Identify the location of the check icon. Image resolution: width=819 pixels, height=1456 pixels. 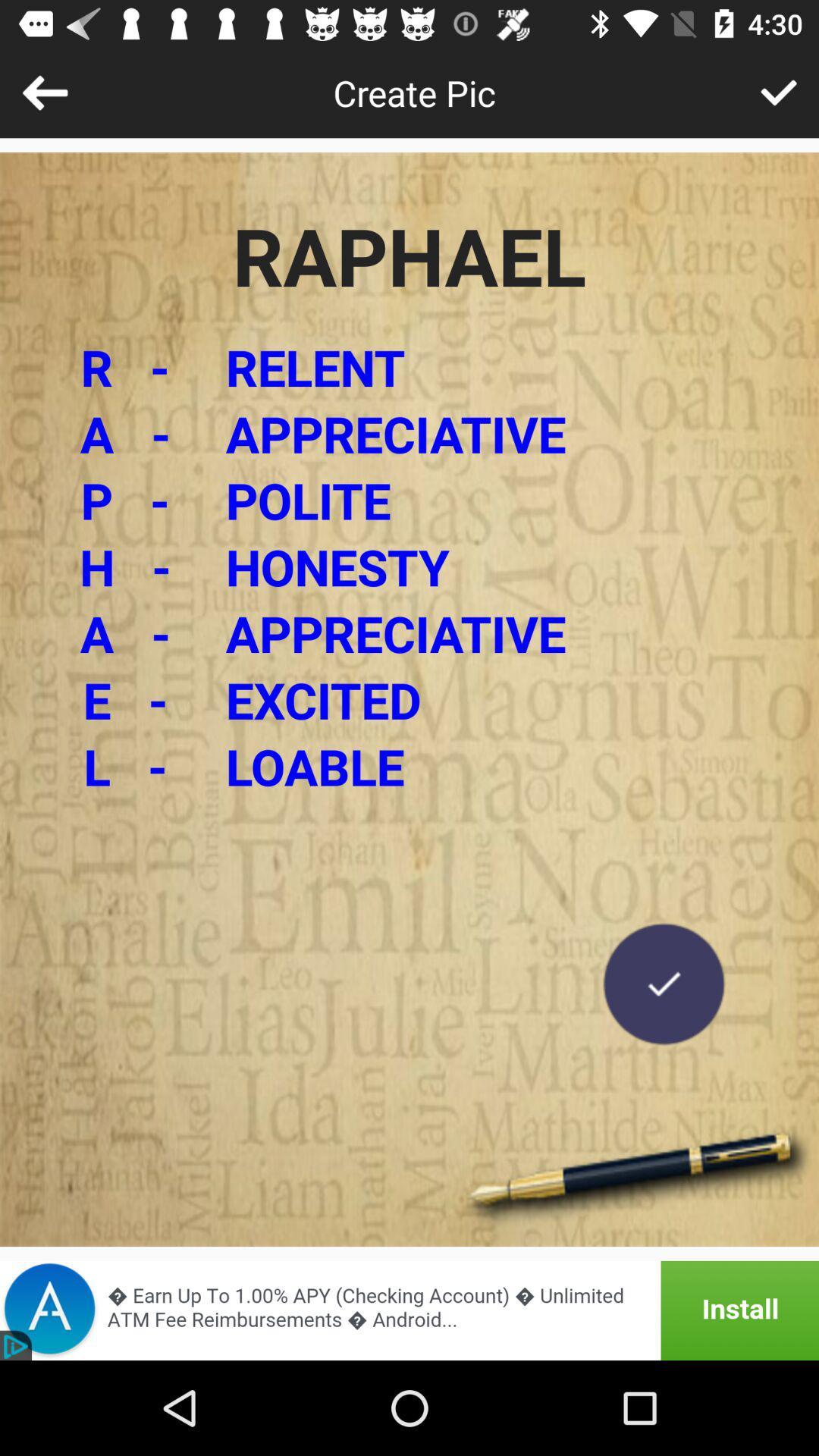
(663, 984).